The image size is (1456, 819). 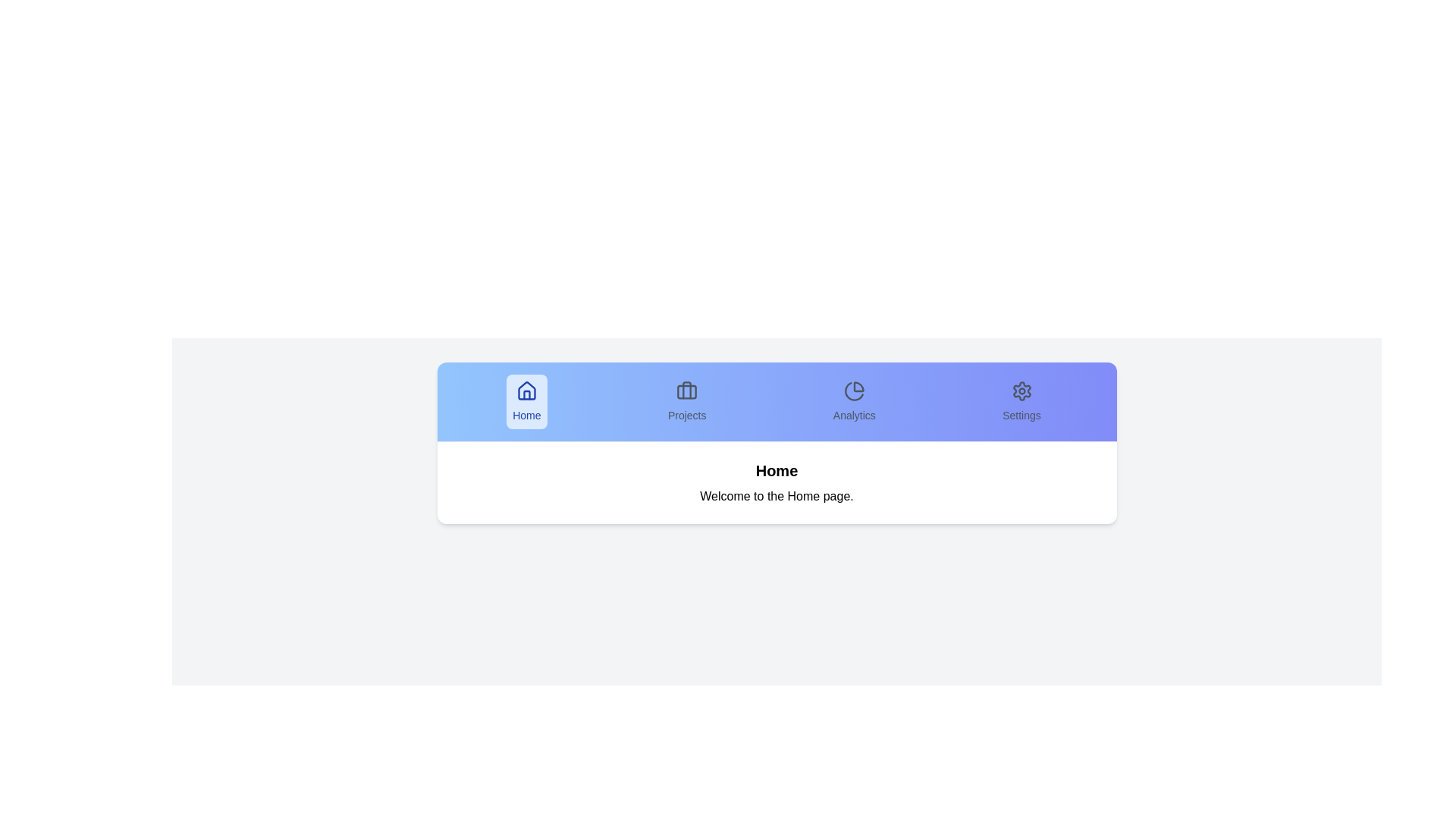 What do you see at coordinates (686, 400) in the screenshot?
I see `the tab labeled Projects to switch to that tab` at bounding box center [686, 400].